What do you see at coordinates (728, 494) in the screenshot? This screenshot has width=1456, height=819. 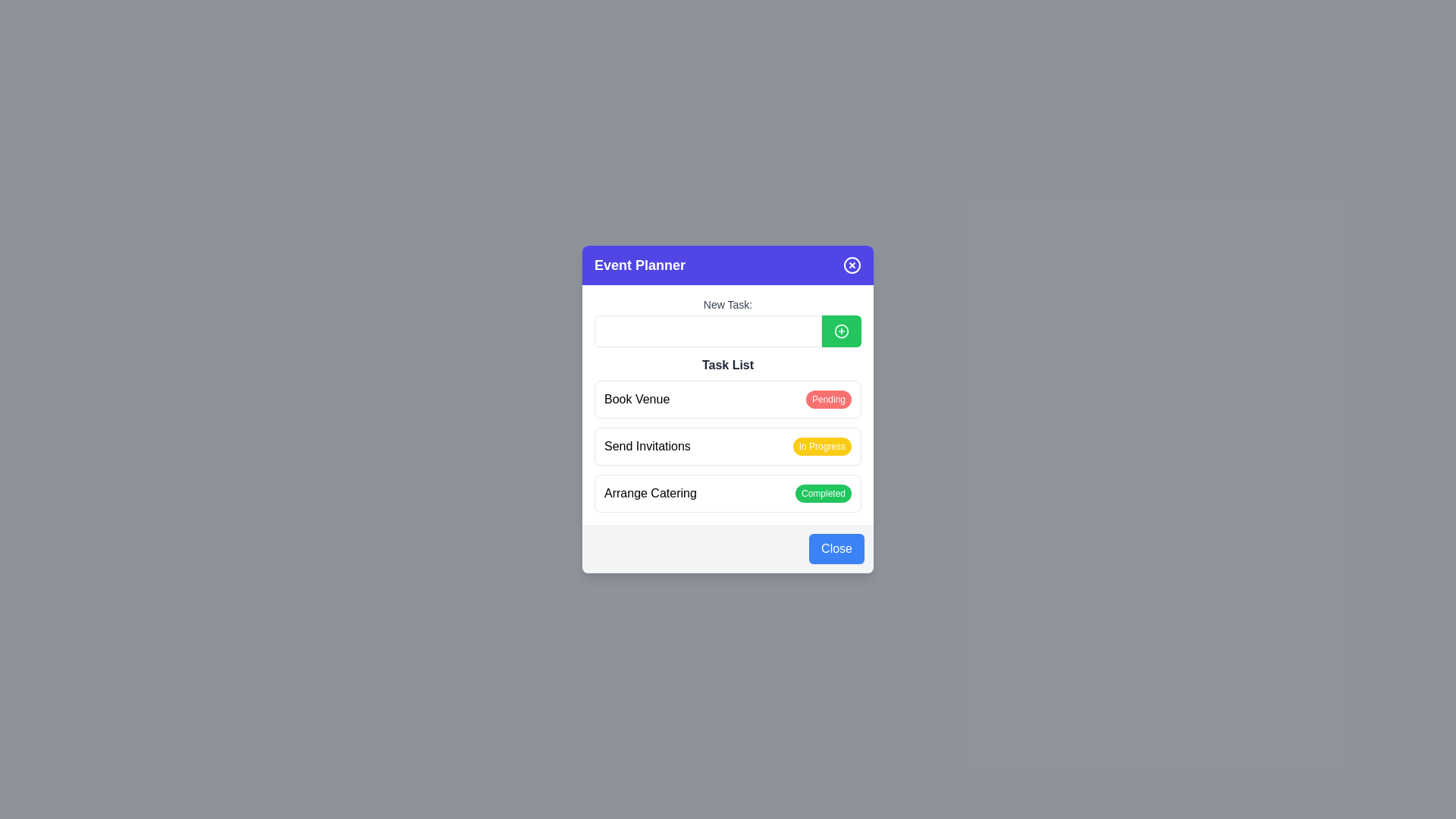 I see `status of the task item labeled 'Arrange Catering' which has a 'Completed' badge` at bounding box center [728, 494].